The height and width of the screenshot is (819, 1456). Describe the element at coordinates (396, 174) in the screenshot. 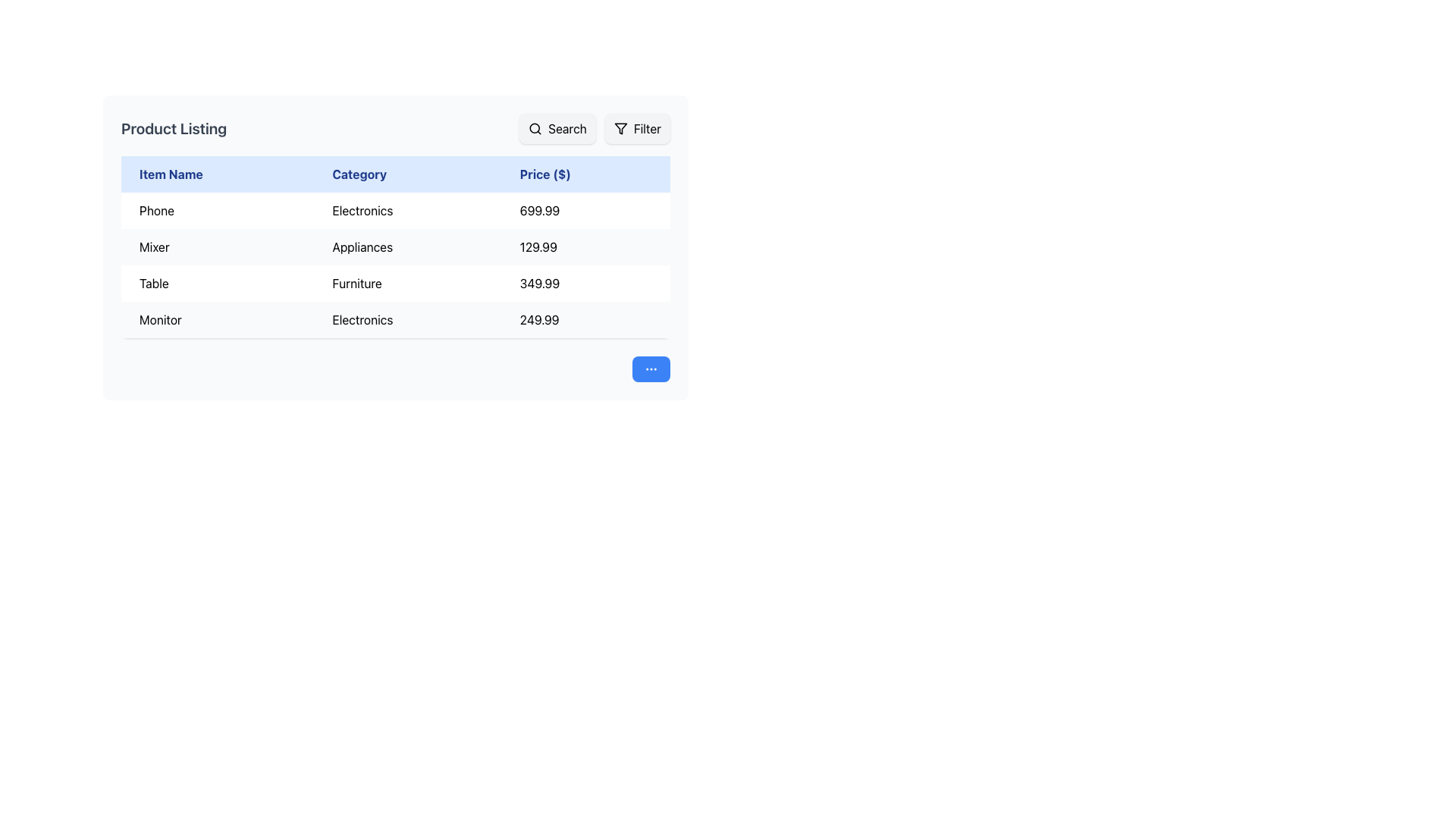

I see `the column headers of the table, which is the header row labeling the columns for item name, category` at that location.